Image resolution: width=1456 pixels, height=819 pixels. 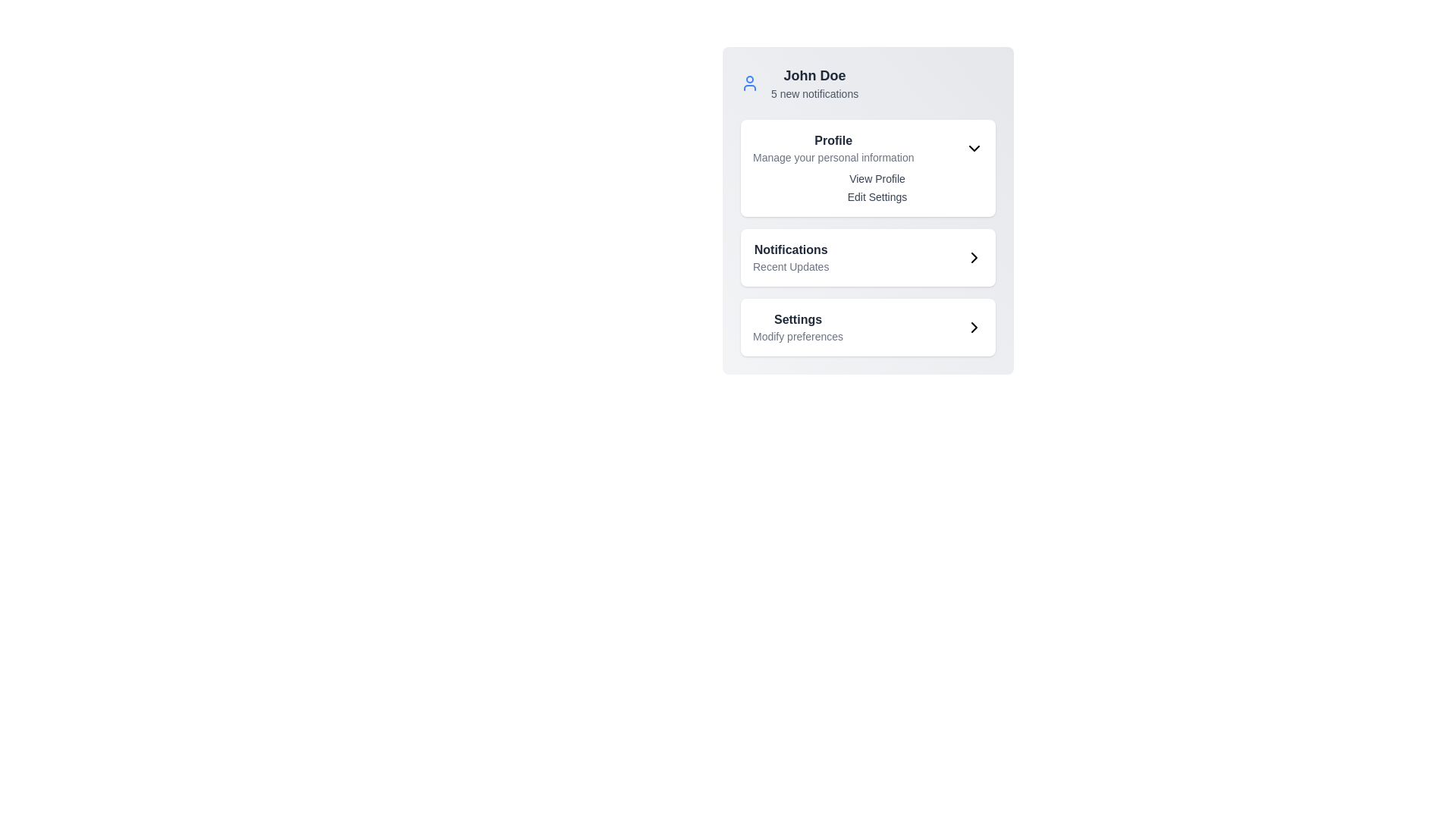 I want to click on the text label indicating the subject or category of the section located at the top of the dropdown menu, so click(x=833, y=140).